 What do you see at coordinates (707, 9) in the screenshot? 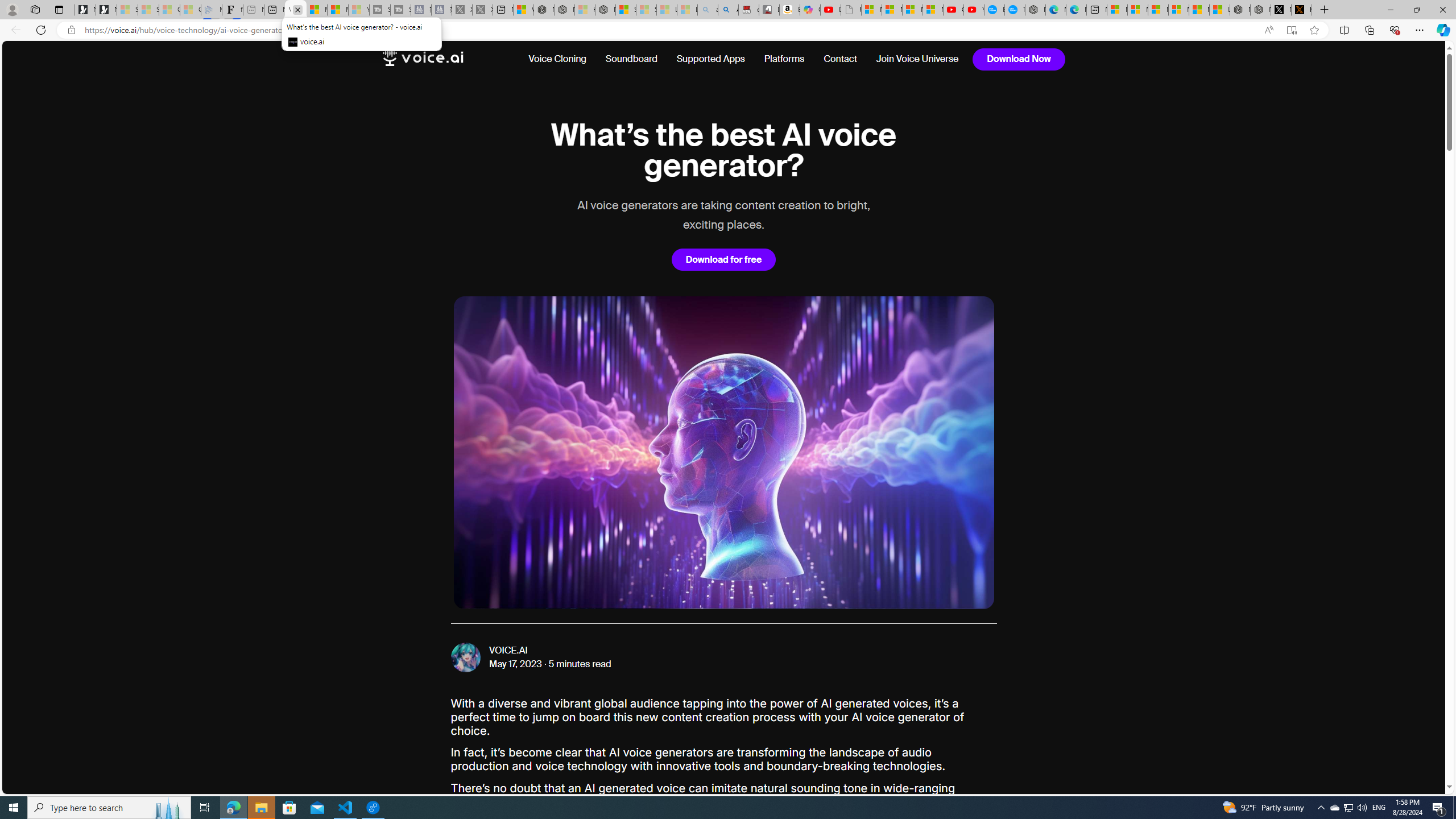
I see `'amazon - Search - Sleeping'` at bounding box center [707, 9].